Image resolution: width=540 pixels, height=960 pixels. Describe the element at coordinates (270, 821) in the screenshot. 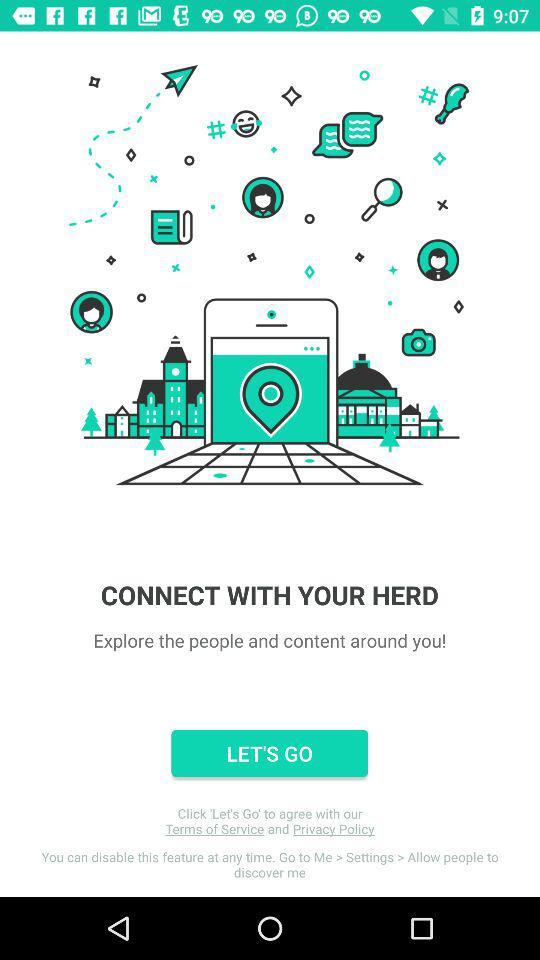

I see `the icon above the you can disable icon` at that location.